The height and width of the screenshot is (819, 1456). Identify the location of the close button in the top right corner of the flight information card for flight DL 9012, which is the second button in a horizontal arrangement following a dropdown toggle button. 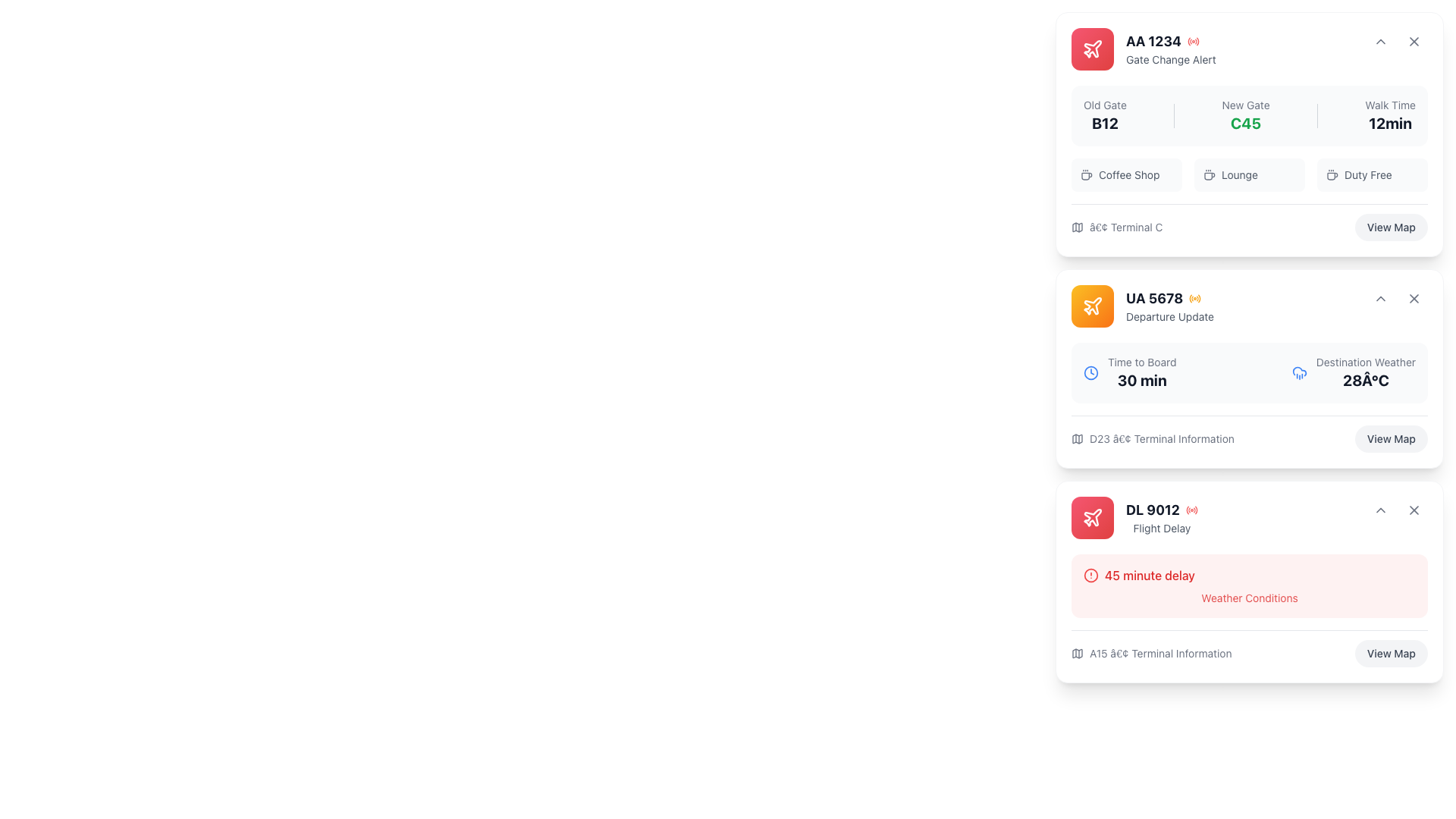
(1414, 510).